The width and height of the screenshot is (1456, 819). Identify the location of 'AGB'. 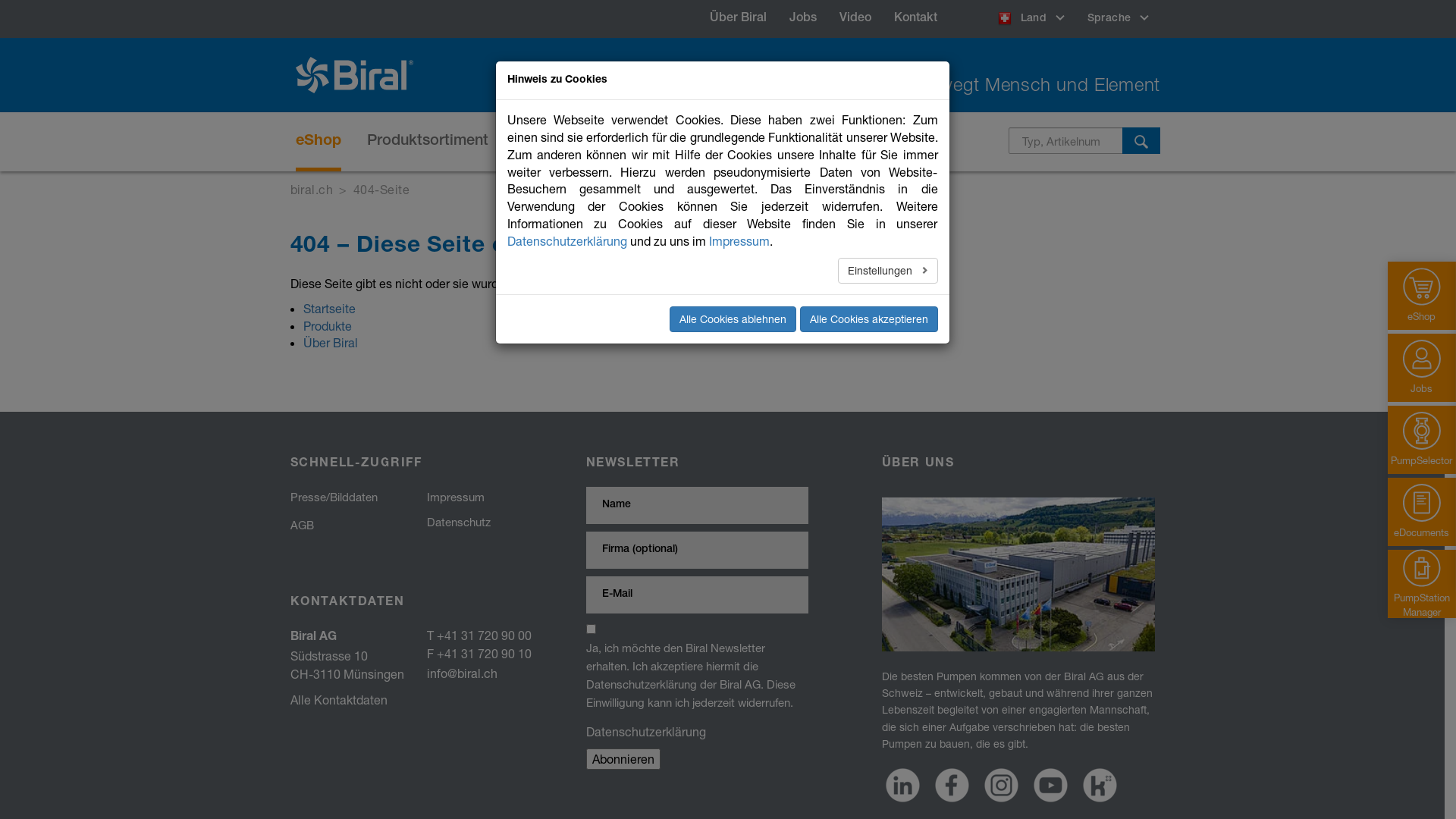
(301, 523).